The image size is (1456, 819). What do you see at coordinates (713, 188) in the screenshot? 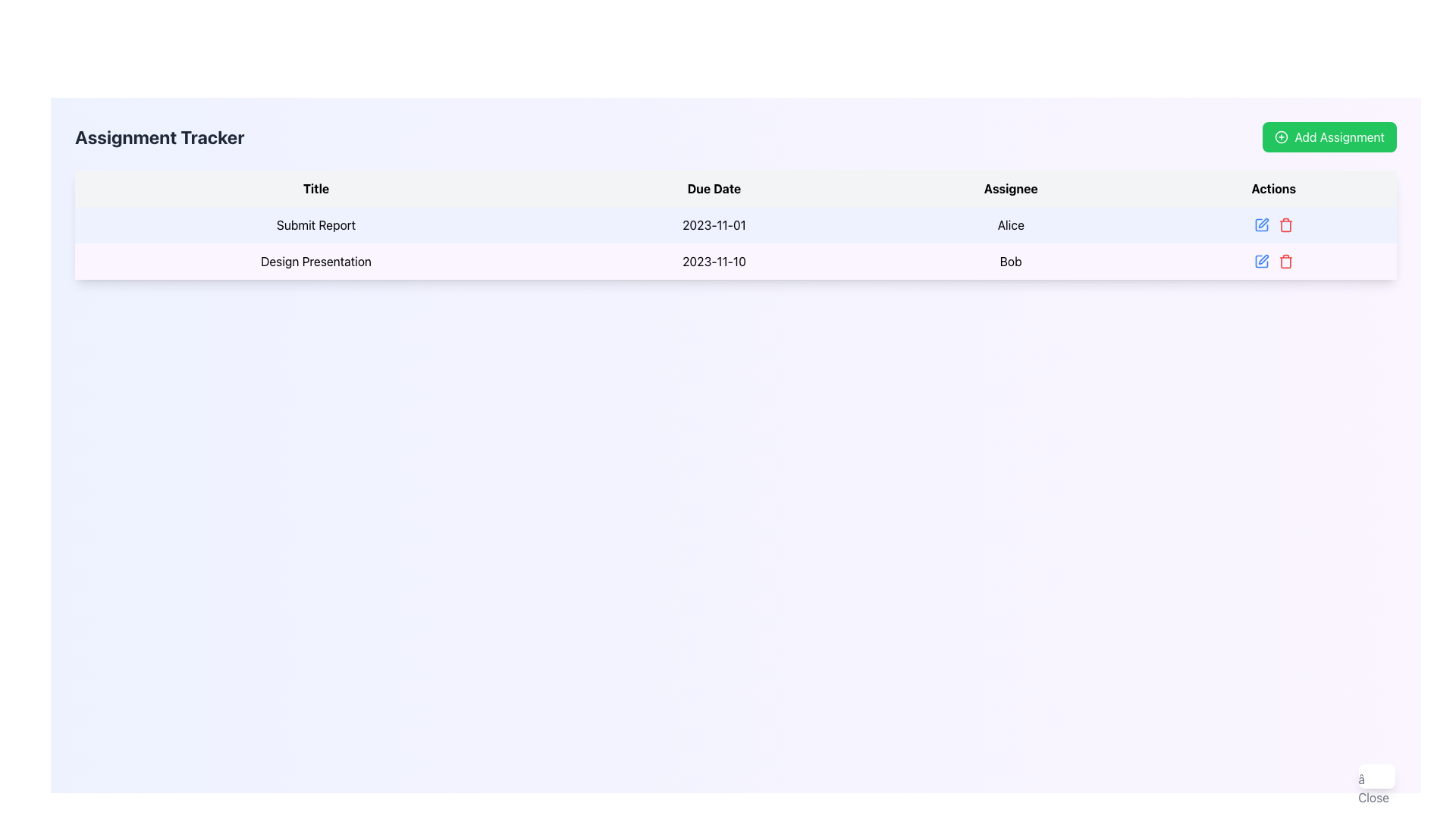
I see `the 'Due Date' header label, which is the second item in the row of column headers positioned between 'Title' and 'Assignee'` at bounding box center [713, 188].